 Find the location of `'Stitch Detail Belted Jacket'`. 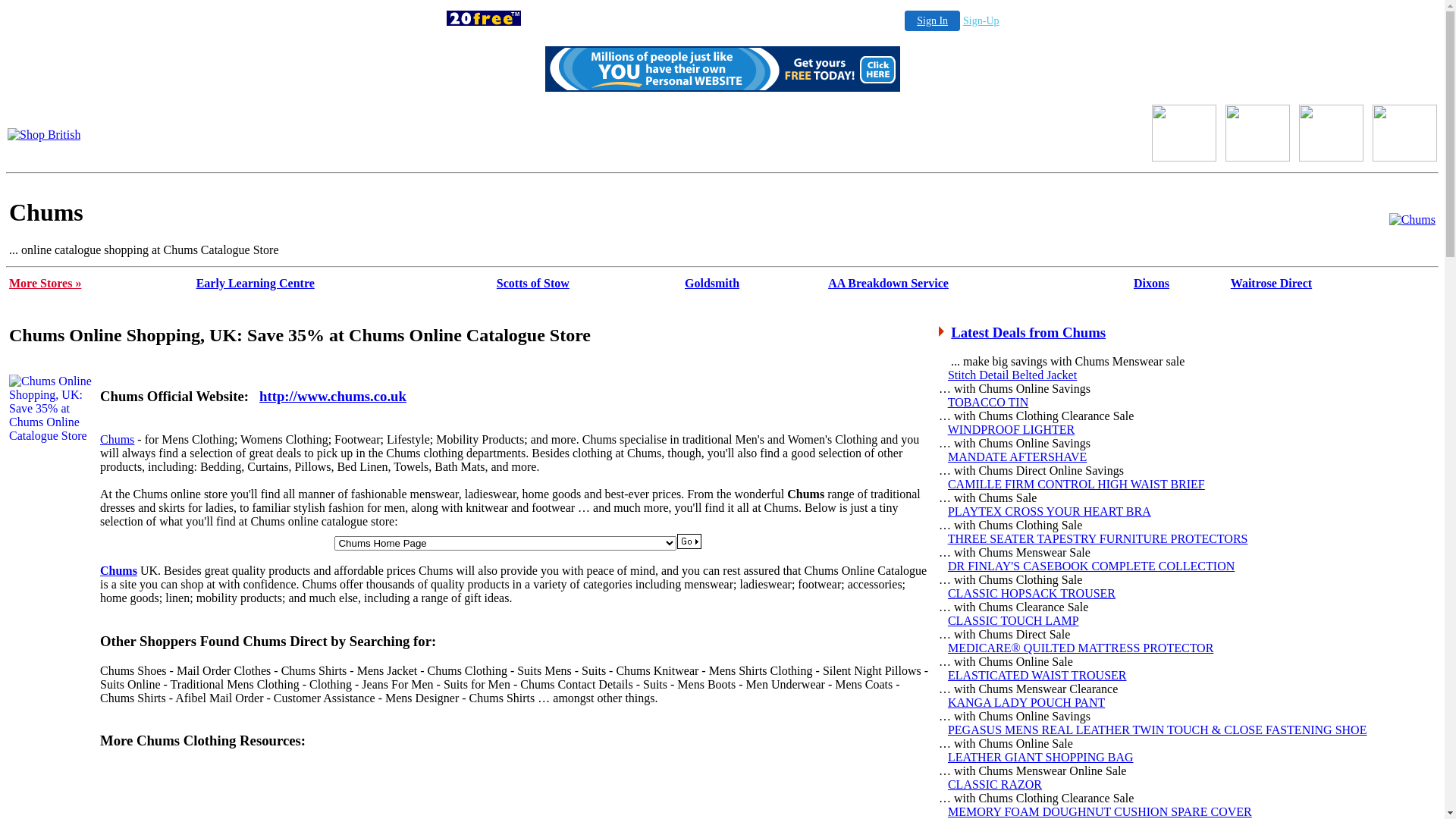

'Stitch Detail Belted Jacket' is located at coordinates (1012, 375).